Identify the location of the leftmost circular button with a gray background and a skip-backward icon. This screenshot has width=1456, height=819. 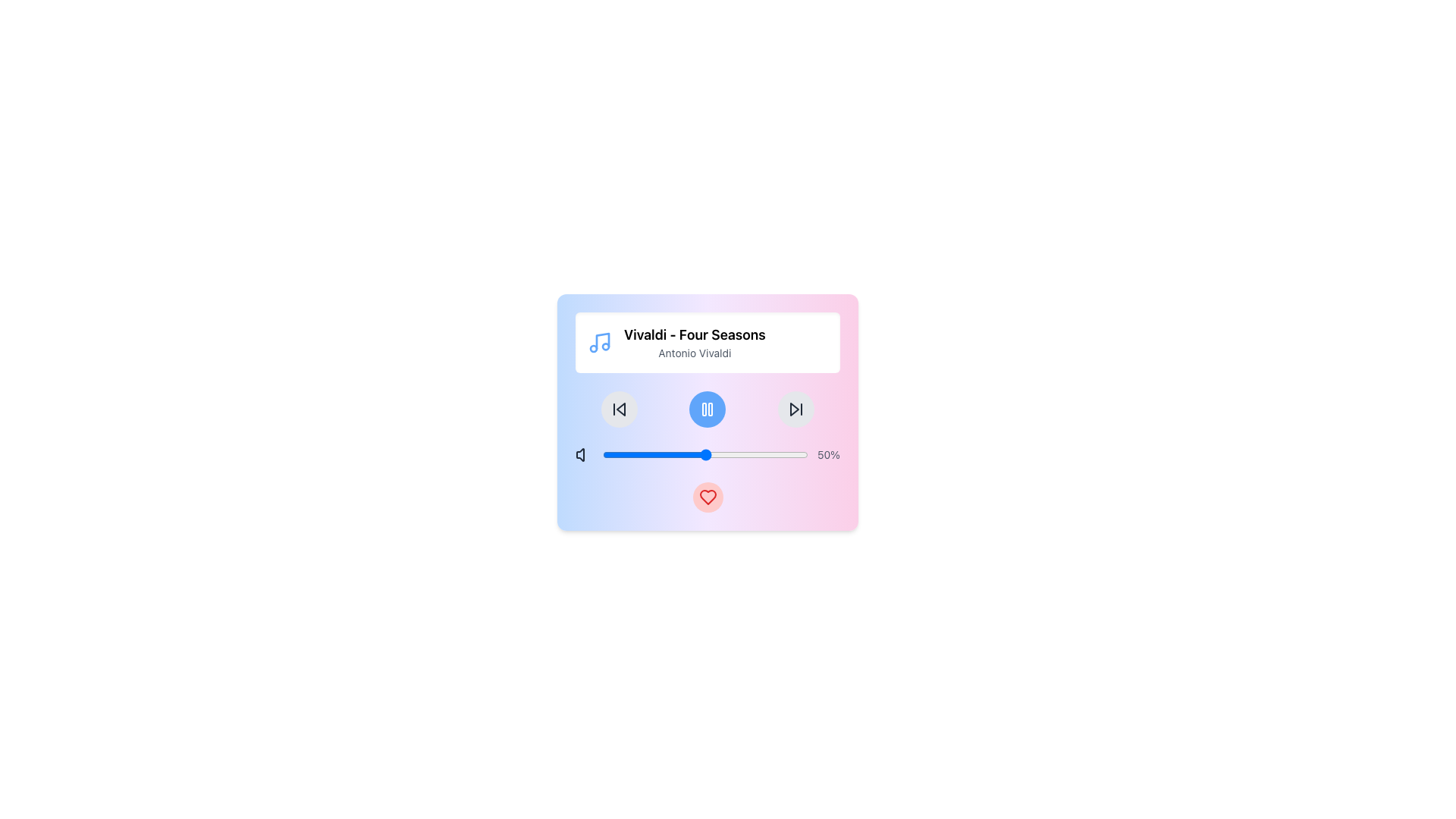
(620, 409).